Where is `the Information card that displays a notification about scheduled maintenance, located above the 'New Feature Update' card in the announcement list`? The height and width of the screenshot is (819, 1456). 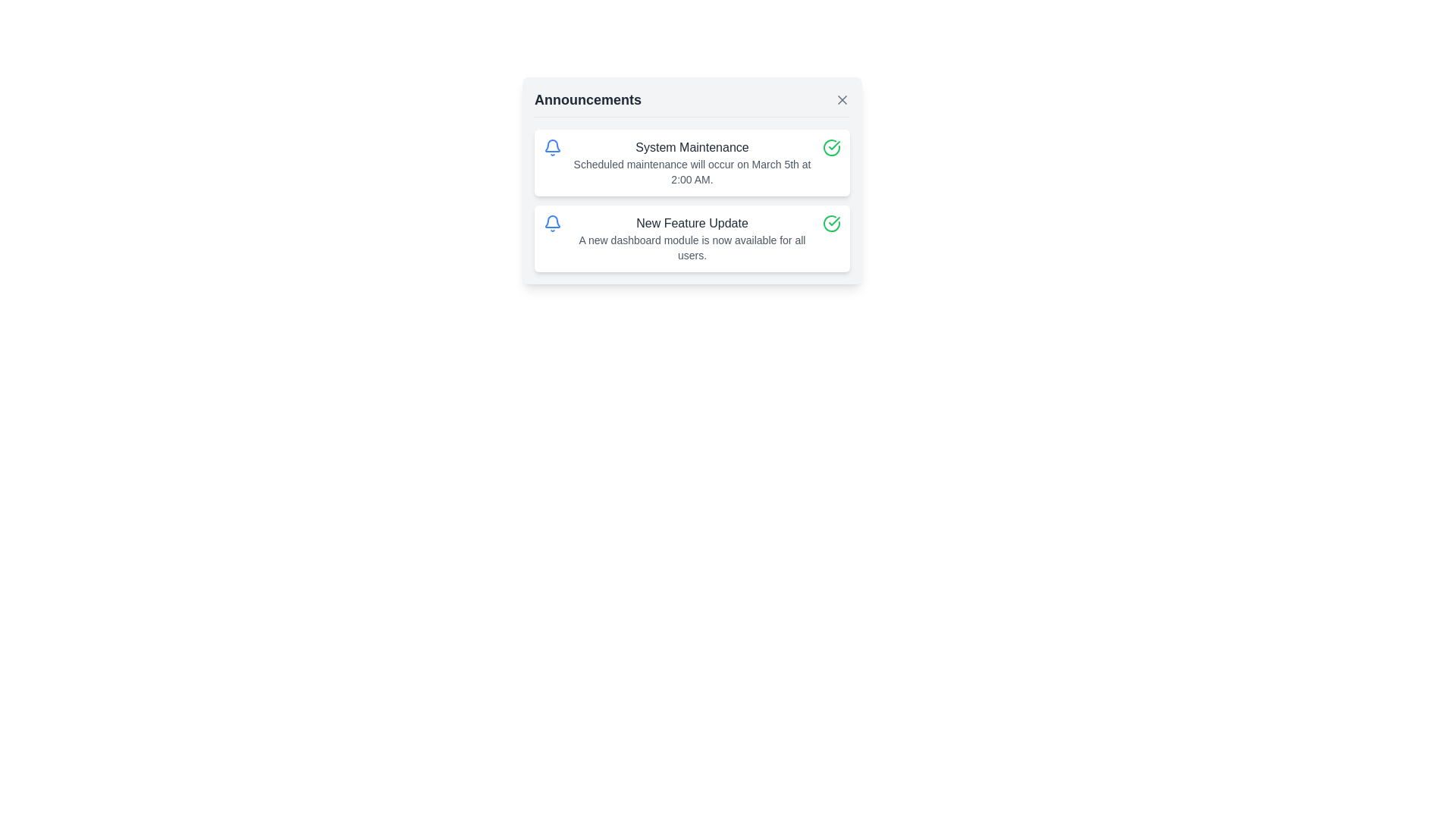 the Information card that displays a notification about scheduled maintenance, located above the 'New Feature Update' card in the announcement list is located at coordinates (691, 163).